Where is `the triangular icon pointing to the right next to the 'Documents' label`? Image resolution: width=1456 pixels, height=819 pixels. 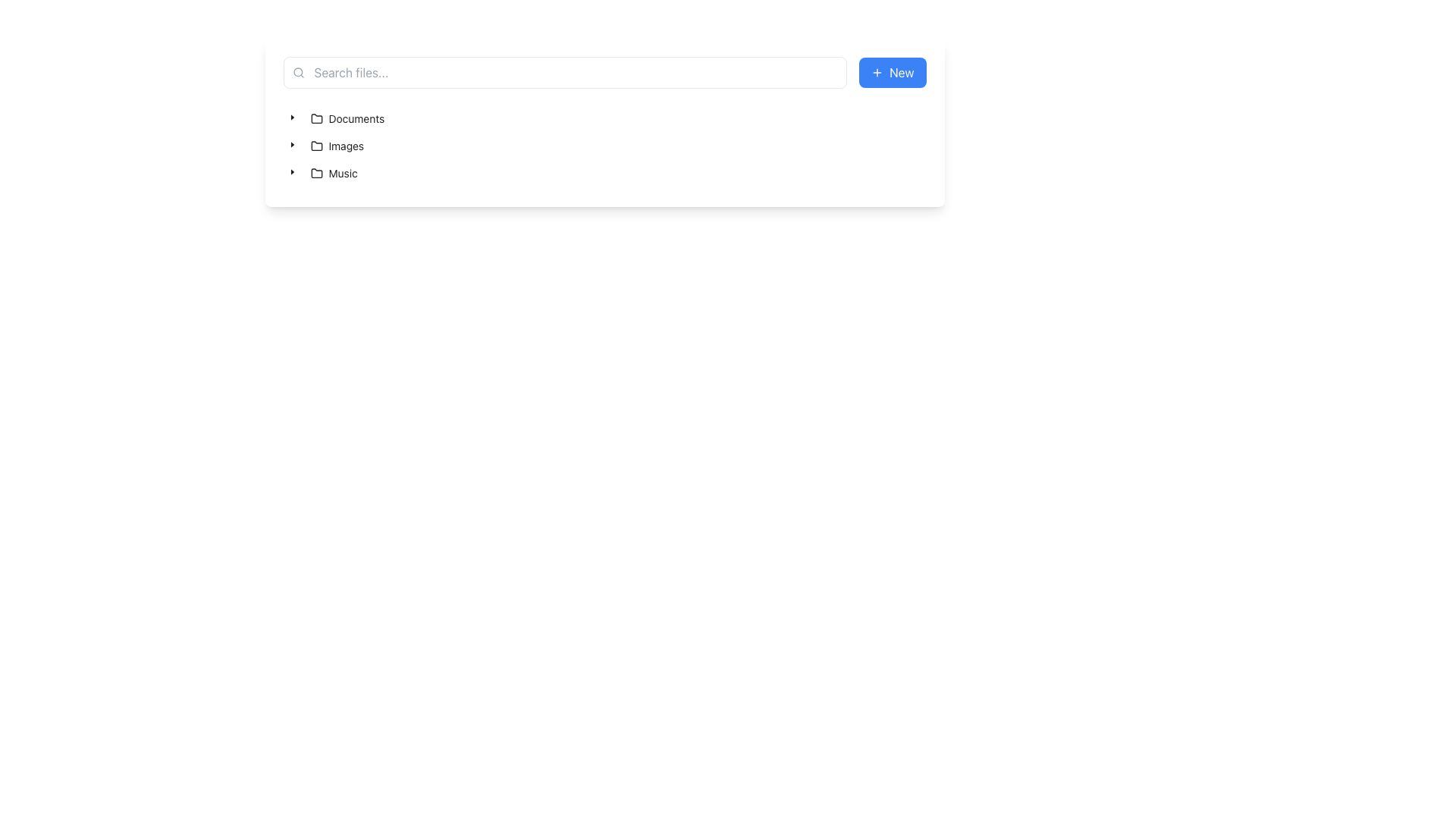 the triangular icon pointing to the right next to the 'Documents' label is located at coordinates (292, 118).